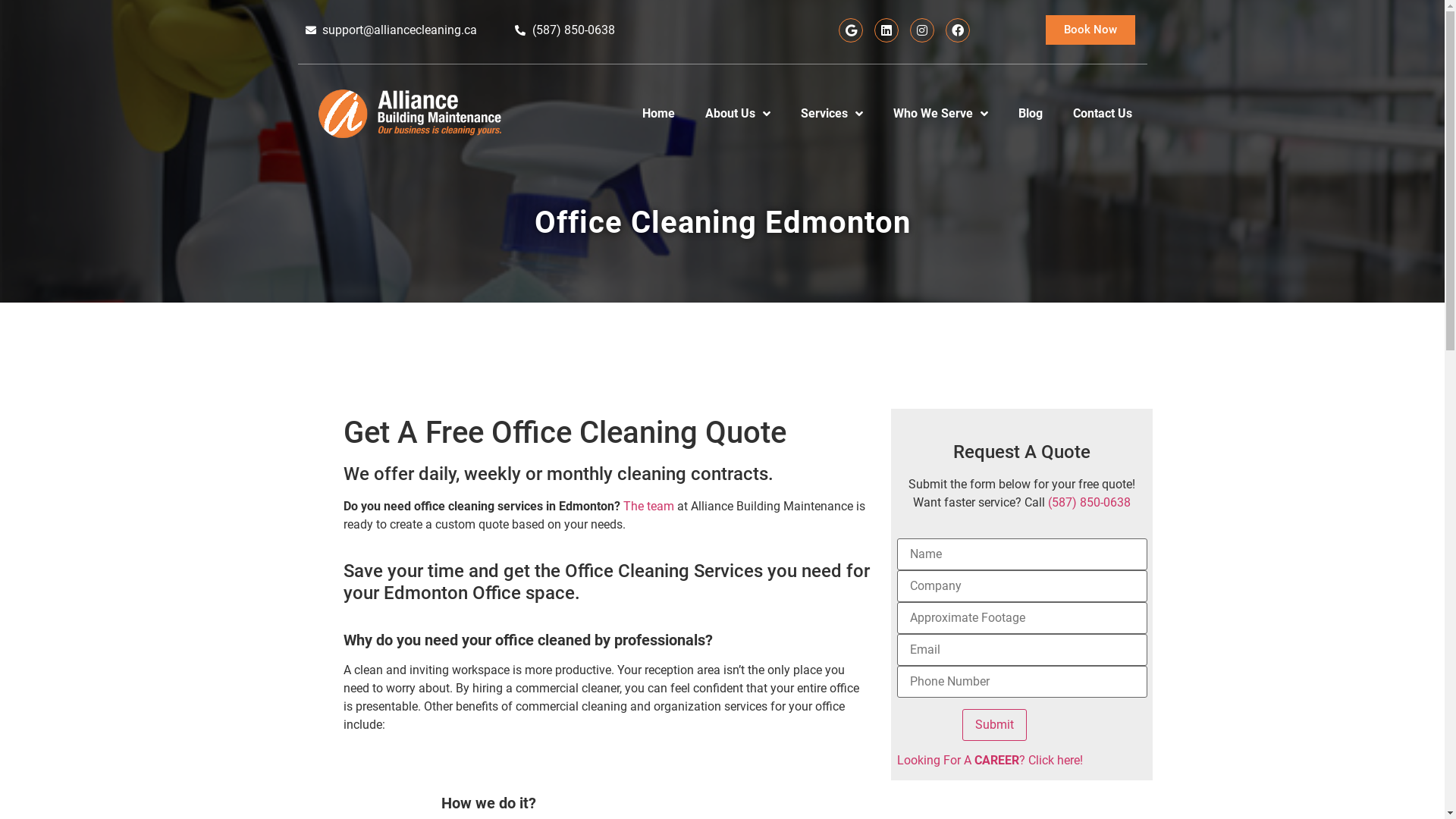 This screenshot has height=819, width=1456. What do you see at coordinates (648, 506) in the screenshot?
I see `'The team'` at bounding box center [648, 506].